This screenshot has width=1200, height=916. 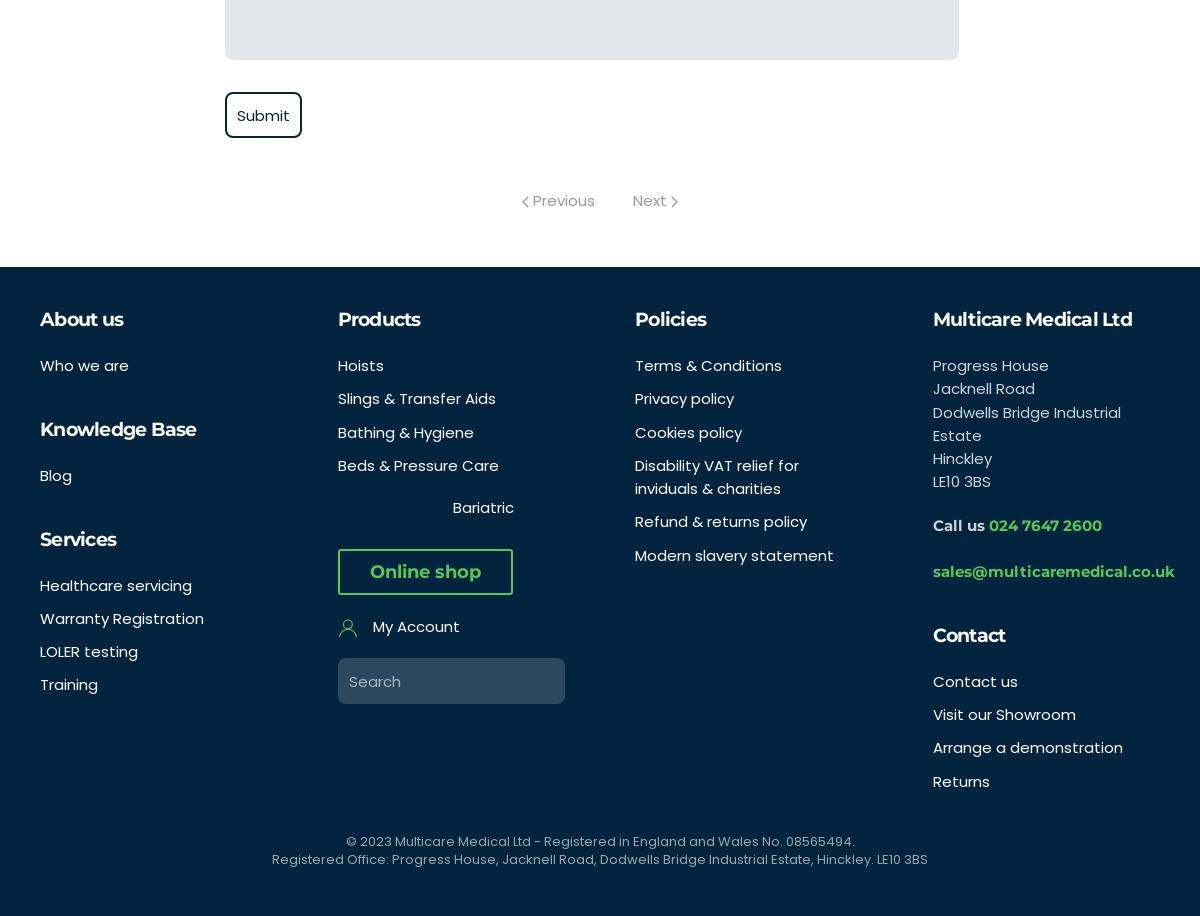 I want to click on 'Online shop', so click(x=369, y=571).